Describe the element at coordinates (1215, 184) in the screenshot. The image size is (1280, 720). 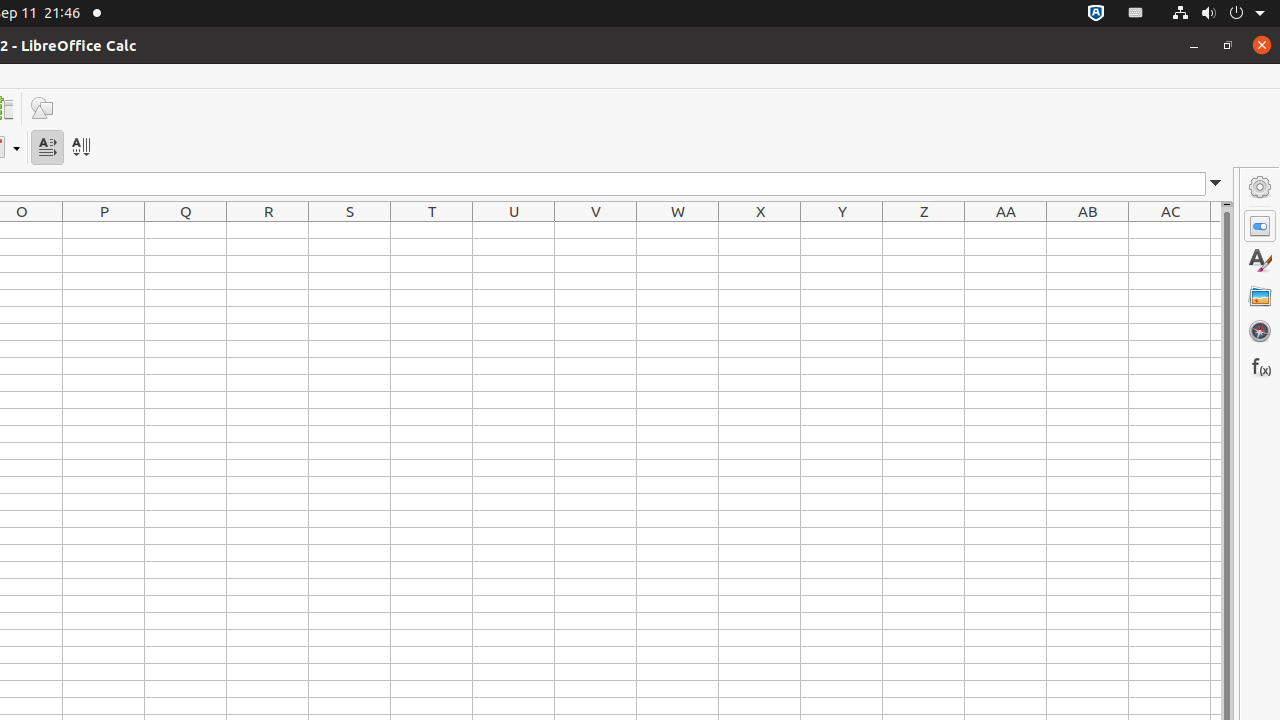
I see `'Expand Formula Bar'` at that location.